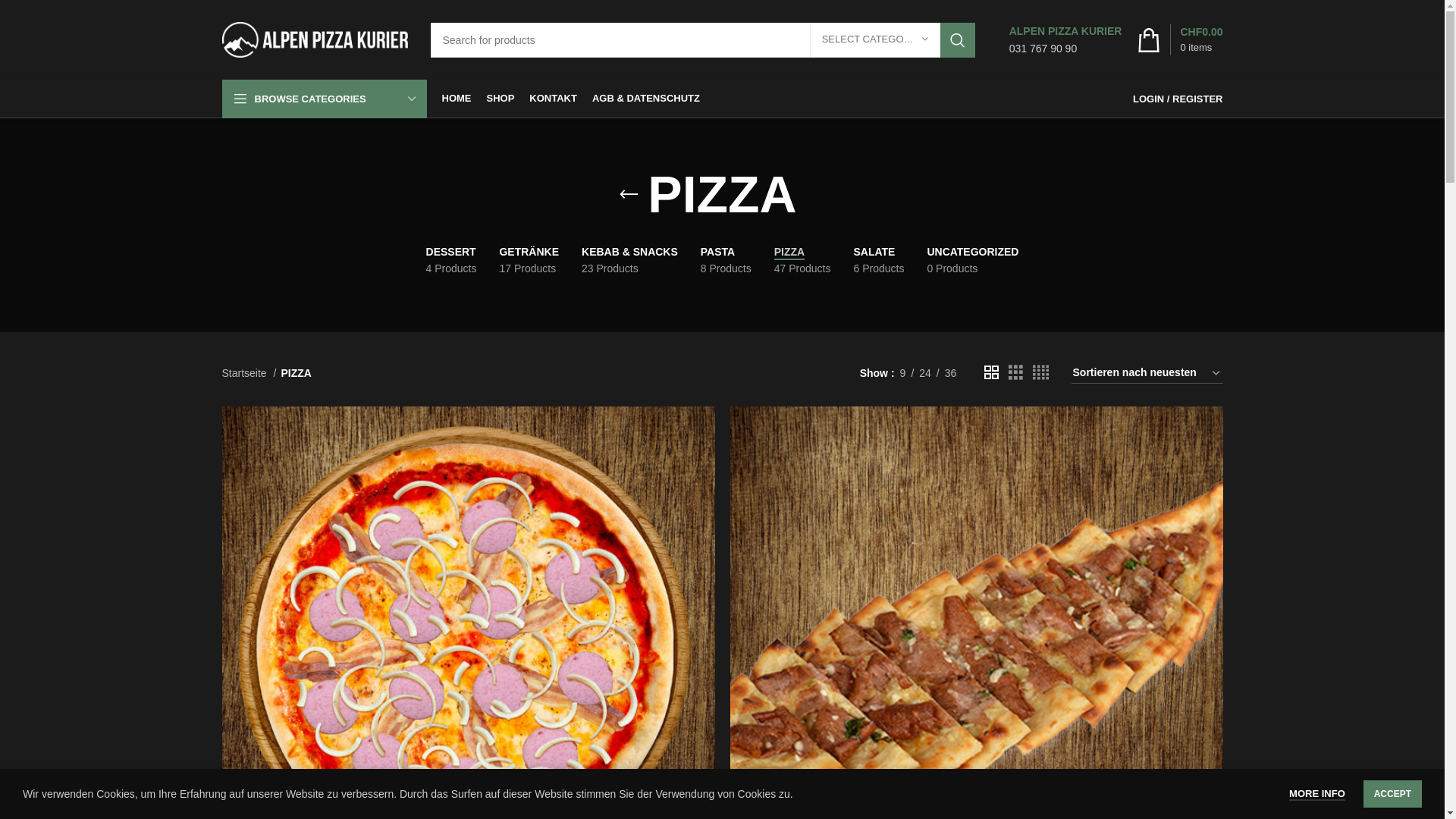 The image size is (1456, 819). Describe the element at coordinates (645, 99) in the screenshot. I see `'AGB & DATENSCHUTZ'` at that location.